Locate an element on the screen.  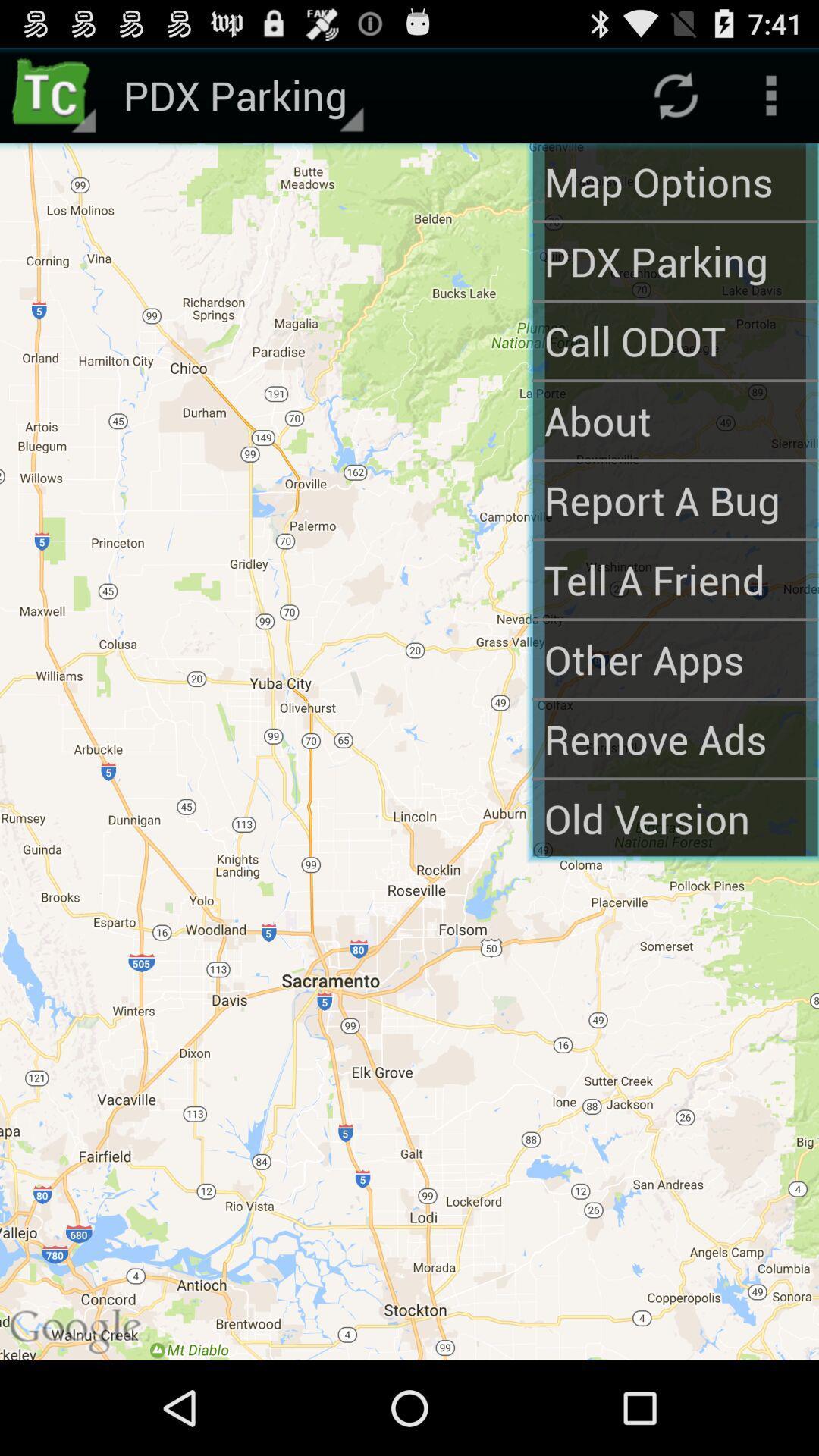
the refresh icon is located at coordinates (675, 101).